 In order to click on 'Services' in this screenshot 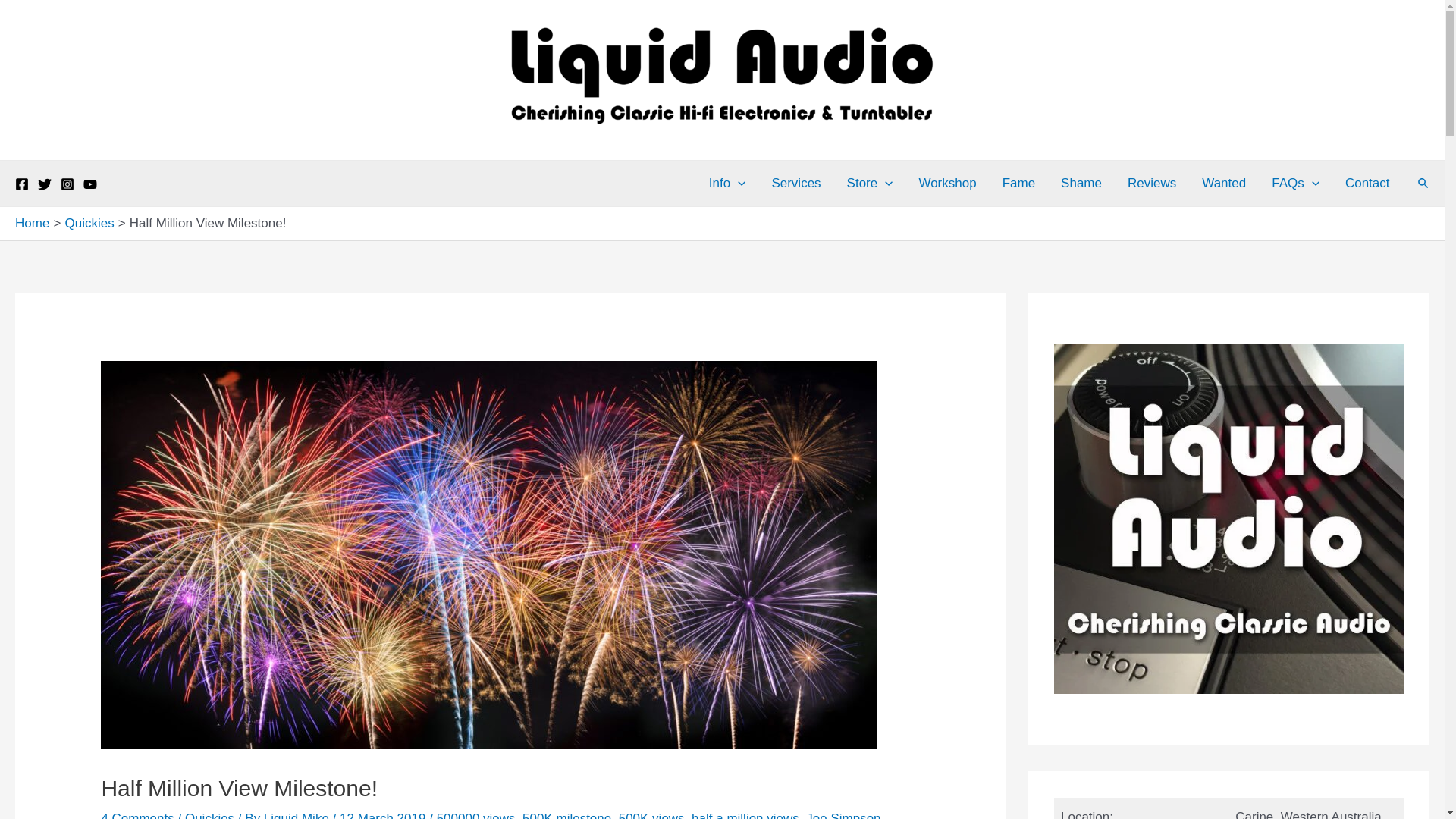, I will do `click(758, 183)`.